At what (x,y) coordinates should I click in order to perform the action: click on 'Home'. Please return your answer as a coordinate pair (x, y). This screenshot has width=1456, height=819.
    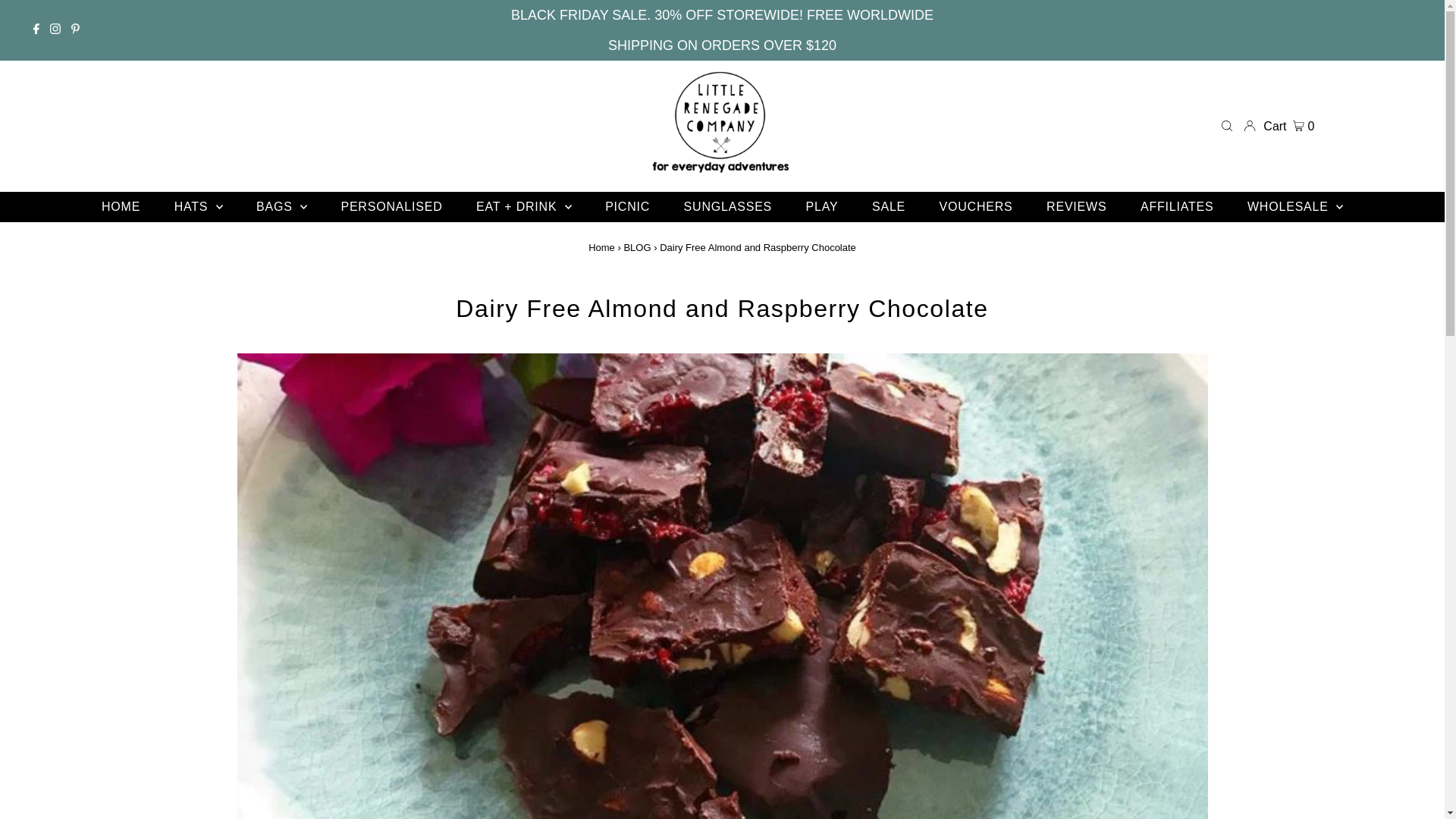
    Looking at the image, I should click on (601, 246).